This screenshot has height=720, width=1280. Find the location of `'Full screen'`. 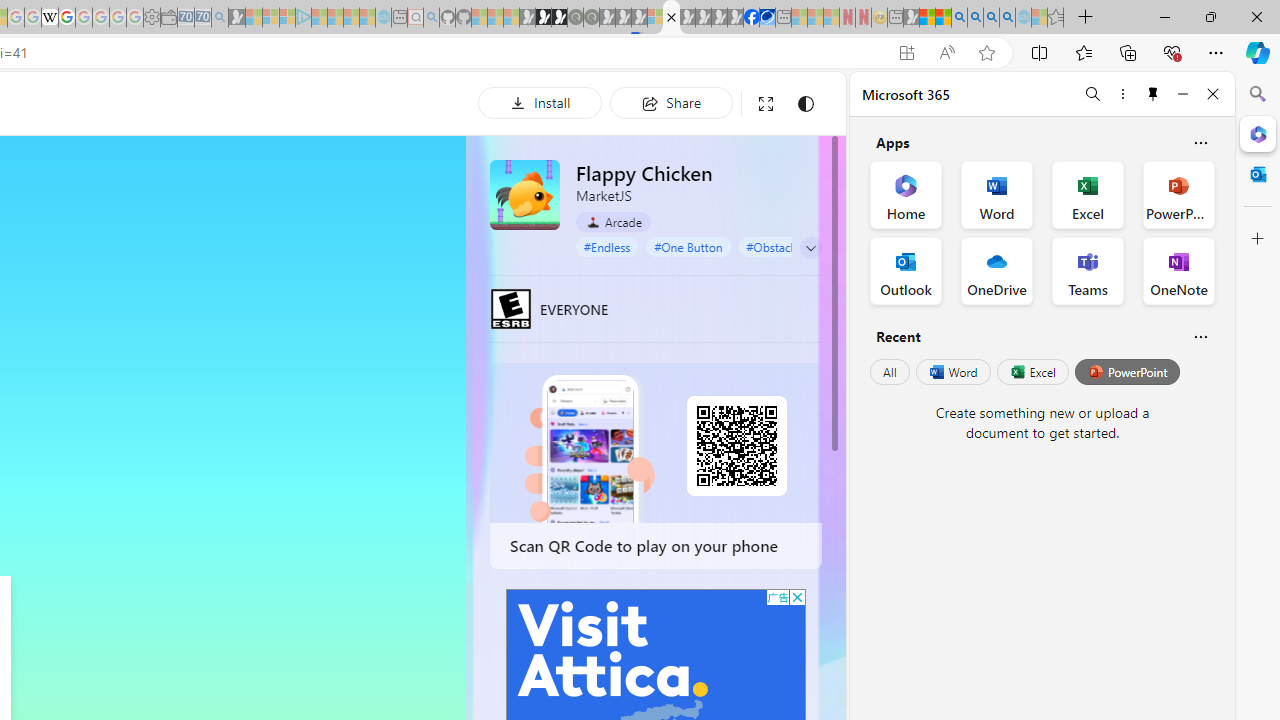

'Full screen' is located at coordinates (764, 103).